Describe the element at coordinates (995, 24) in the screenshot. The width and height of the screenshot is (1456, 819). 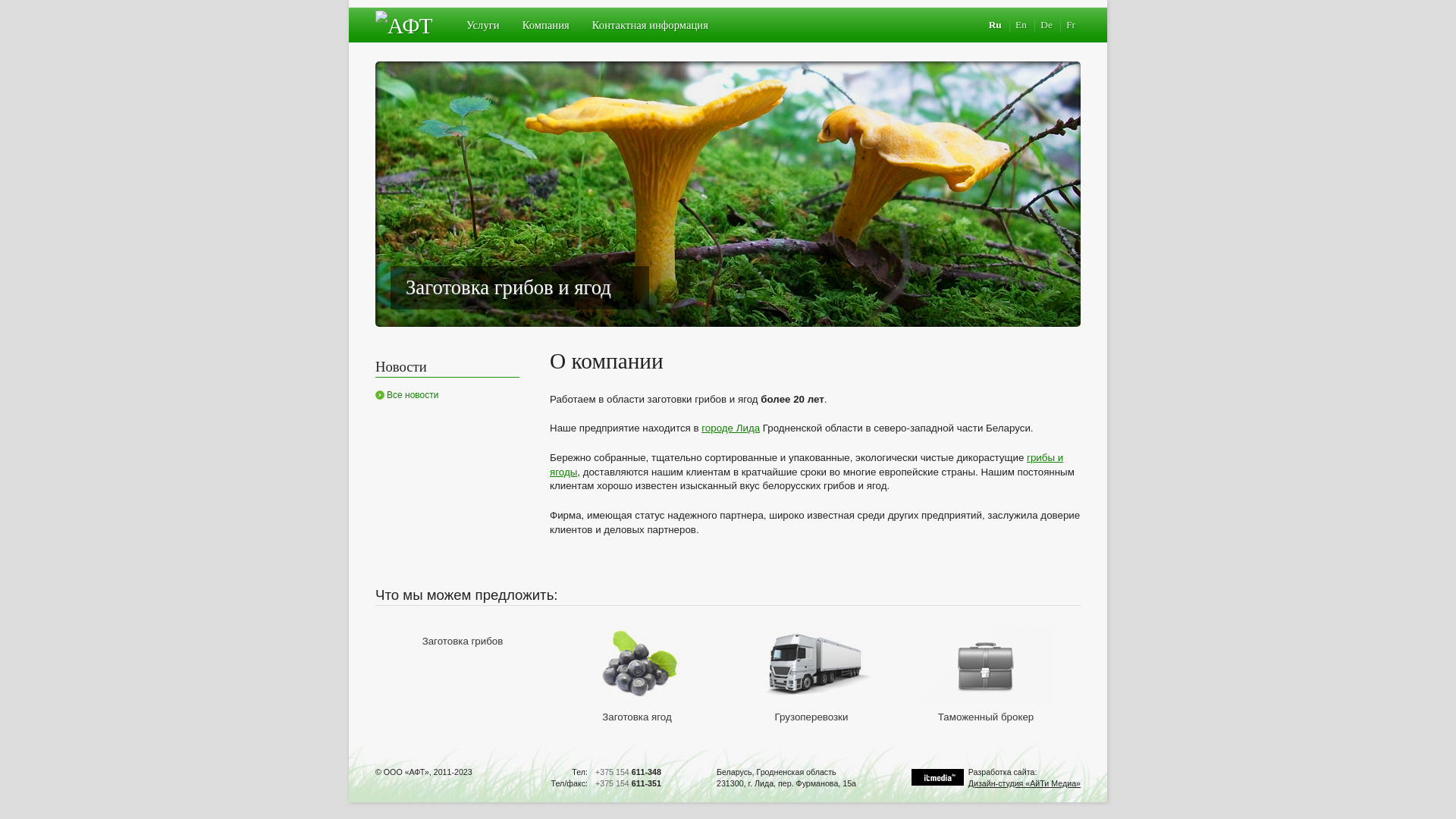
I see `'Ru'` at that location.